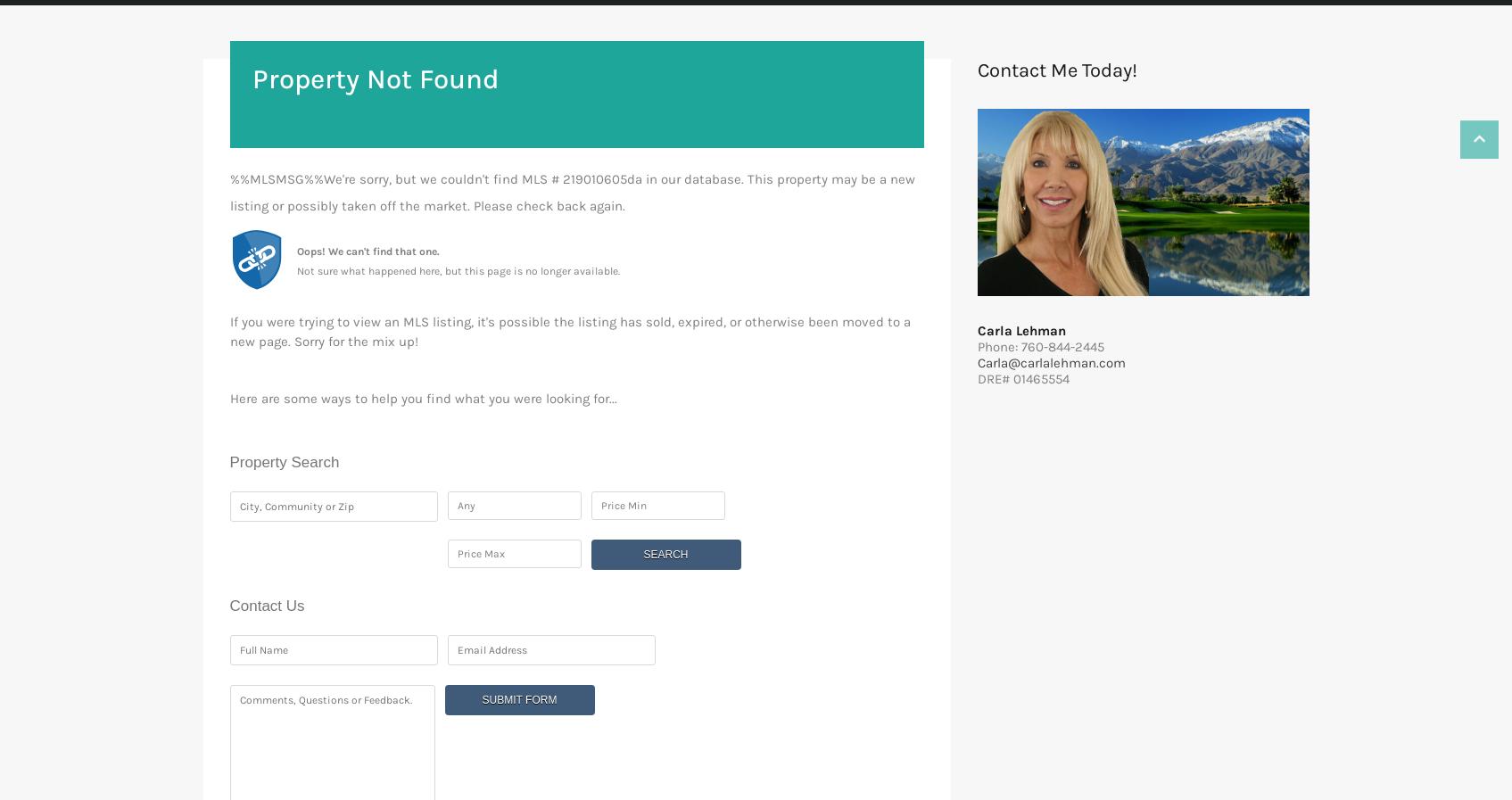 The image size is (1512, 800). What do you see at coordinates (457, 269) in the screenshot?
I see `'Not sure what happened here, but this page is no longer available.'` at bounding box center [457, 269].